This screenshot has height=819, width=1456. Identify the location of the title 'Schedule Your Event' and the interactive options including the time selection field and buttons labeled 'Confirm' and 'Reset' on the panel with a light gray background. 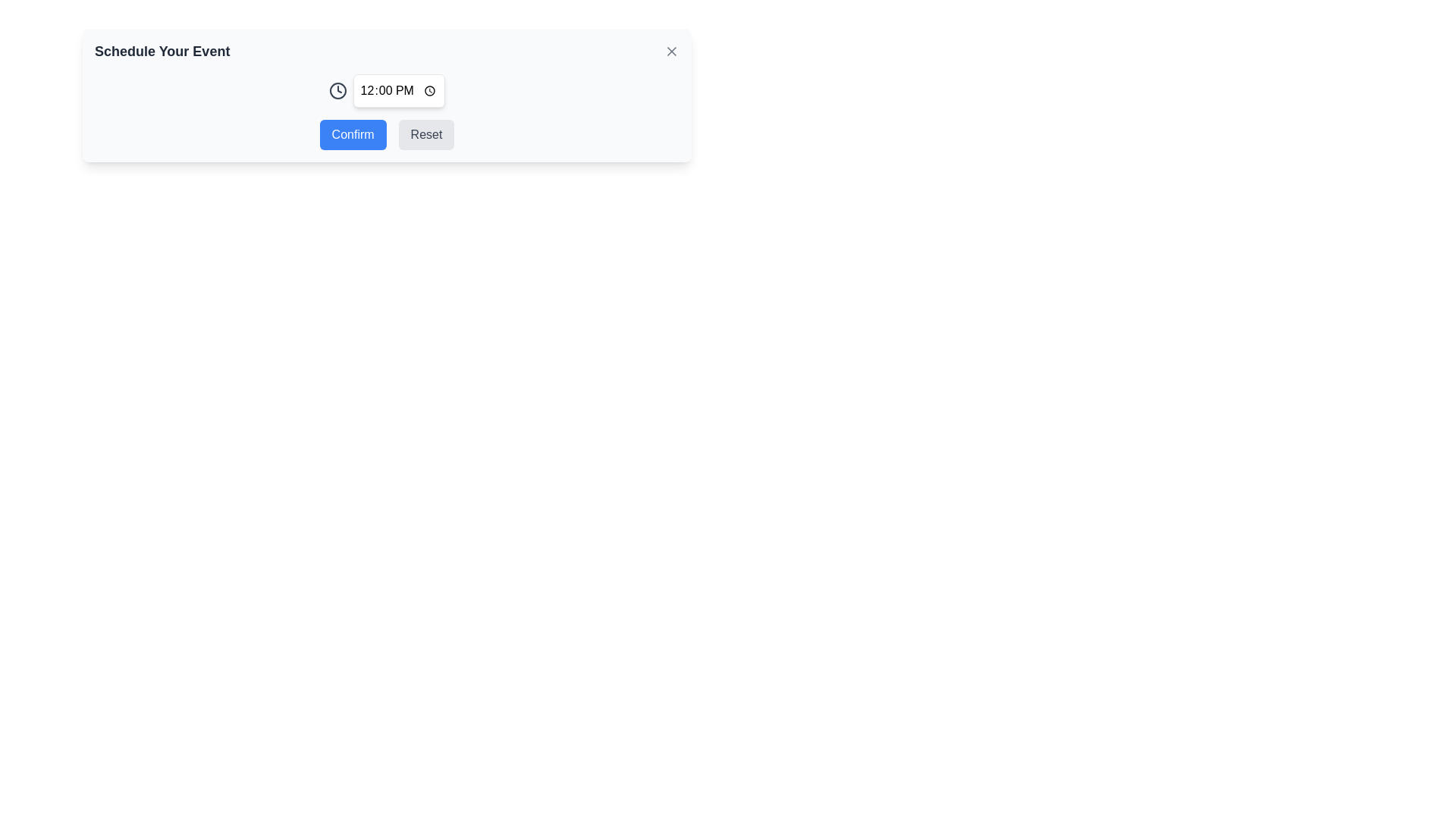
(387, 96).